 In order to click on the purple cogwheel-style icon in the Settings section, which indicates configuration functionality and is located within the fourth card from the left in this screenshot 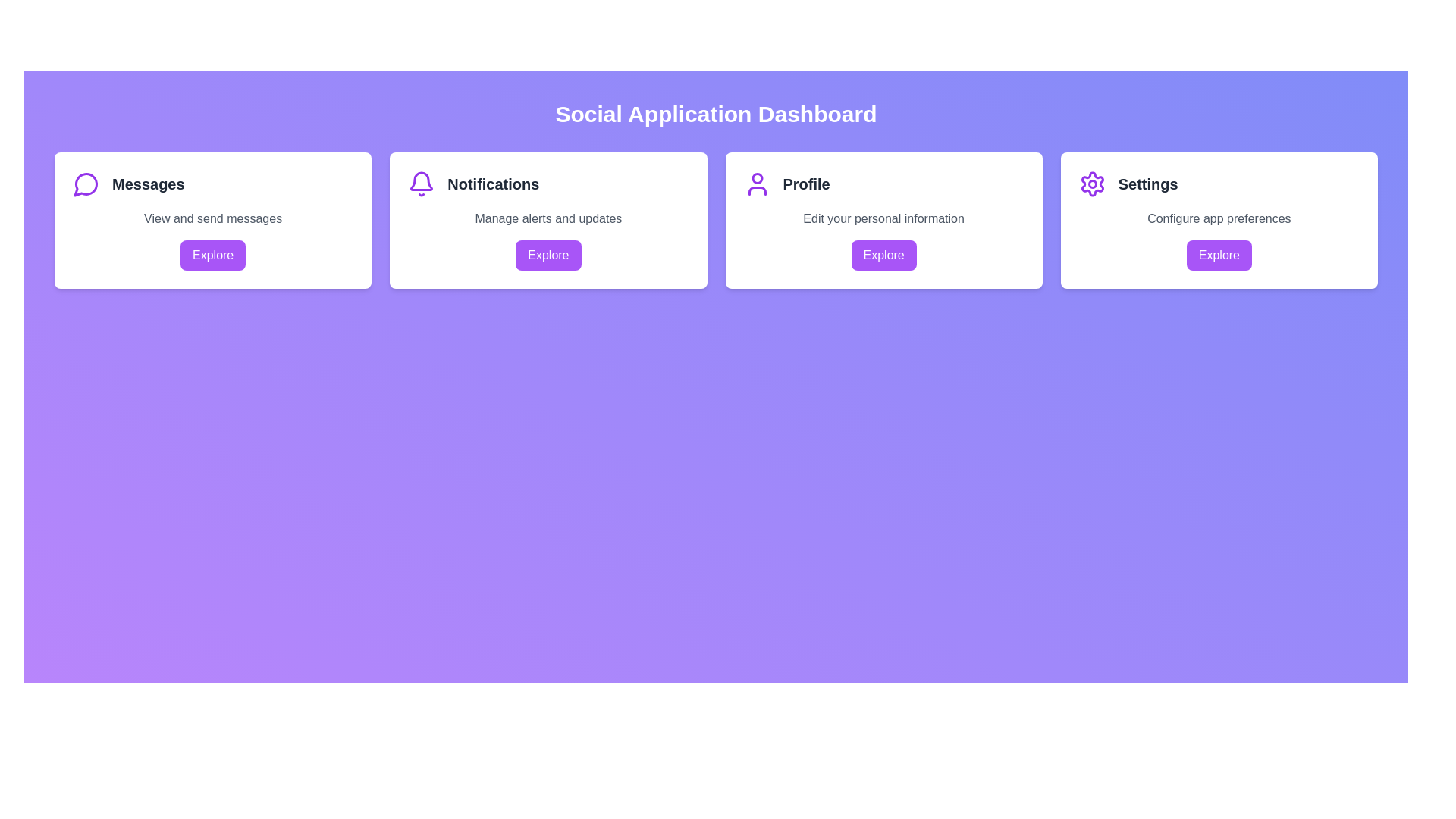, I will do `click(1092, 184)`.